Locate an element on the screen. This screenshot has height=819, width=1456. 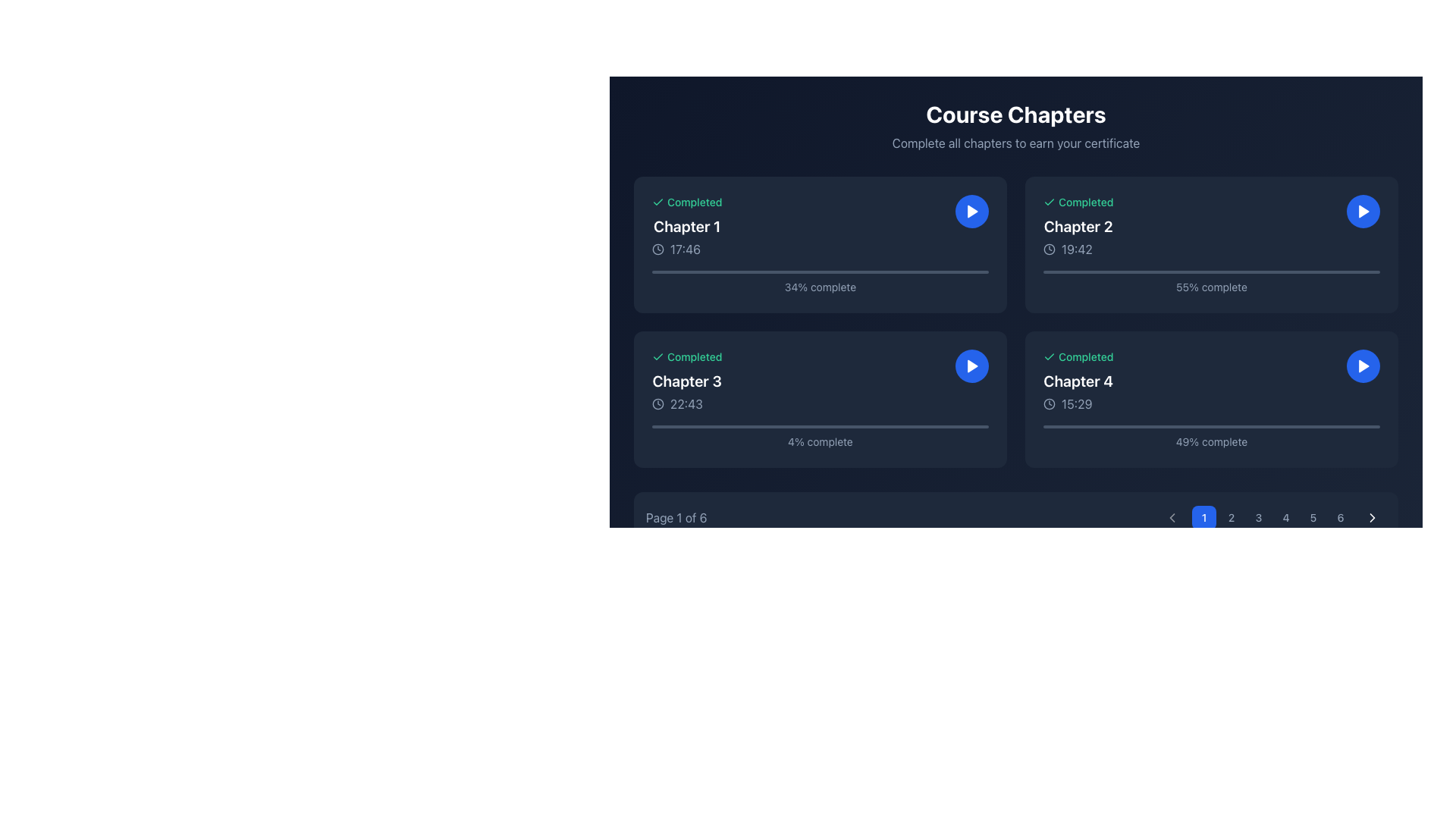
the completed chapter overview card in the 'Course Chapters' section, located at the top-left corner of the grid is located at coordinates (819, 244).